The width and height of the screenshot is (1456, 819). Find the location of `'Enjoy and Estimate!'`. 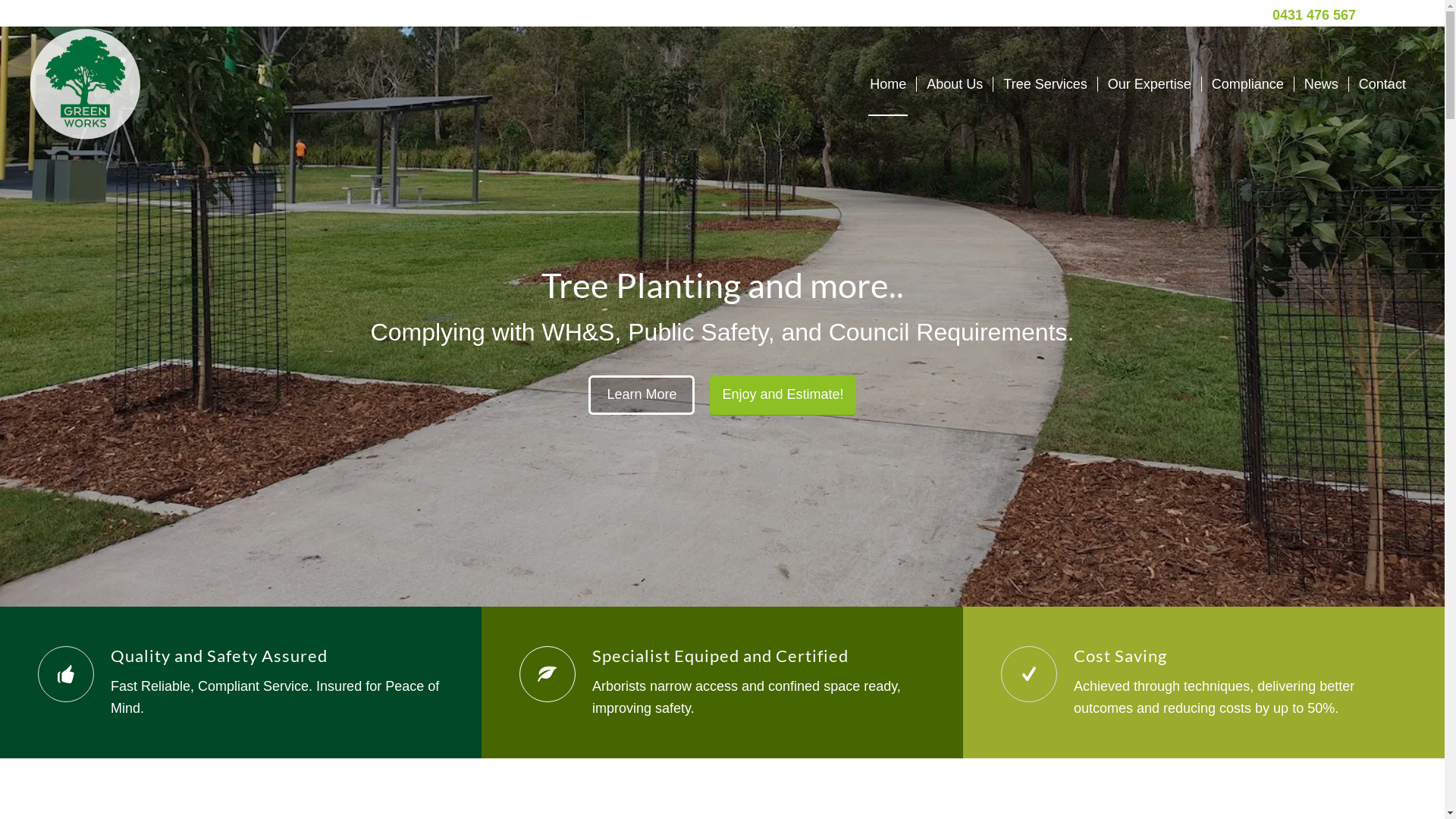

'Enjoy and Estimate!' is located at coordinates (783, 394).